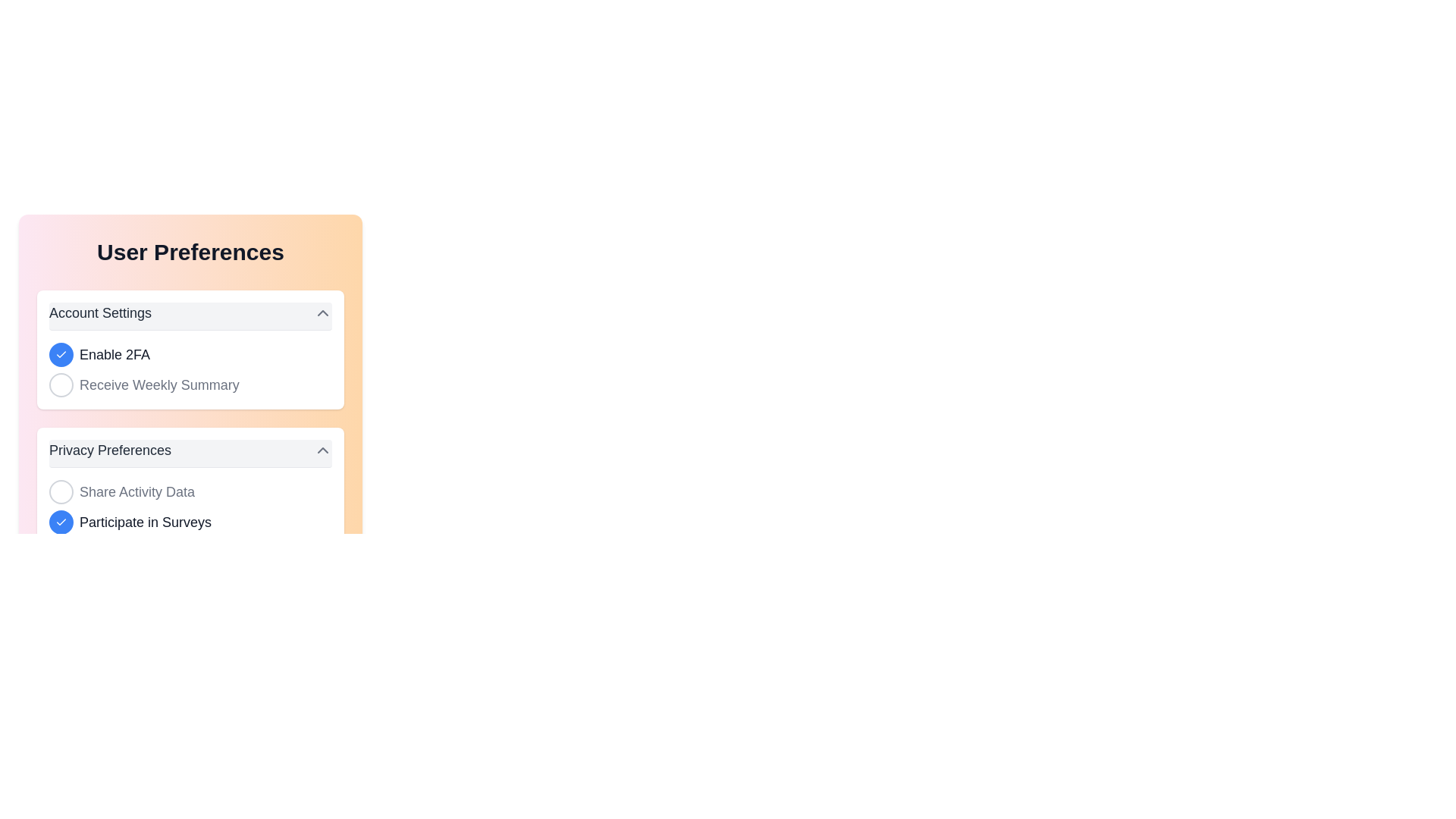 The image size is (1456, 819). Describe the element at coordinates (190, 487) in the screenshot. I see `the 'Privacy Preferences' multi-option settings panel` at that location.